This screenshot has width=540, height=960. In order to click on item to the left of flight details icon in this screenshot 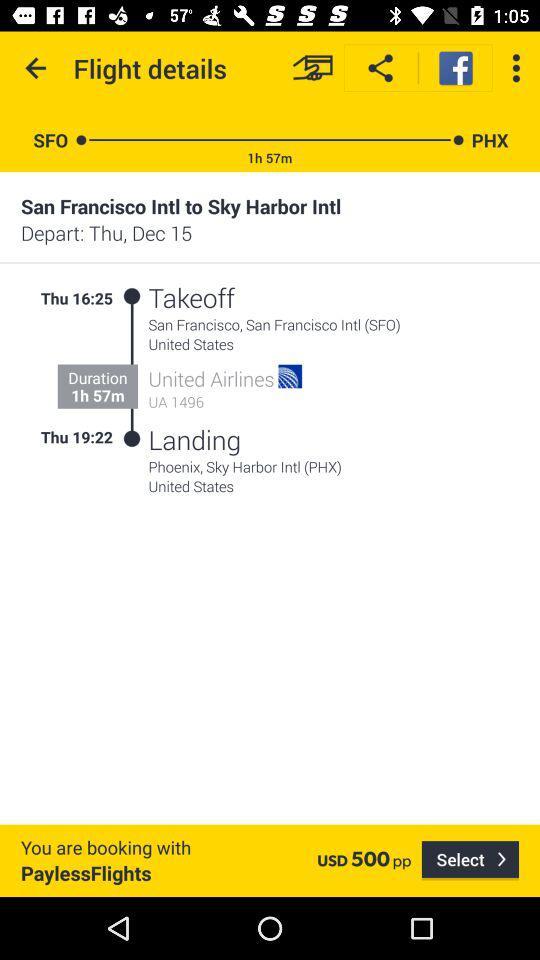, I will do `click(36, 68)`.